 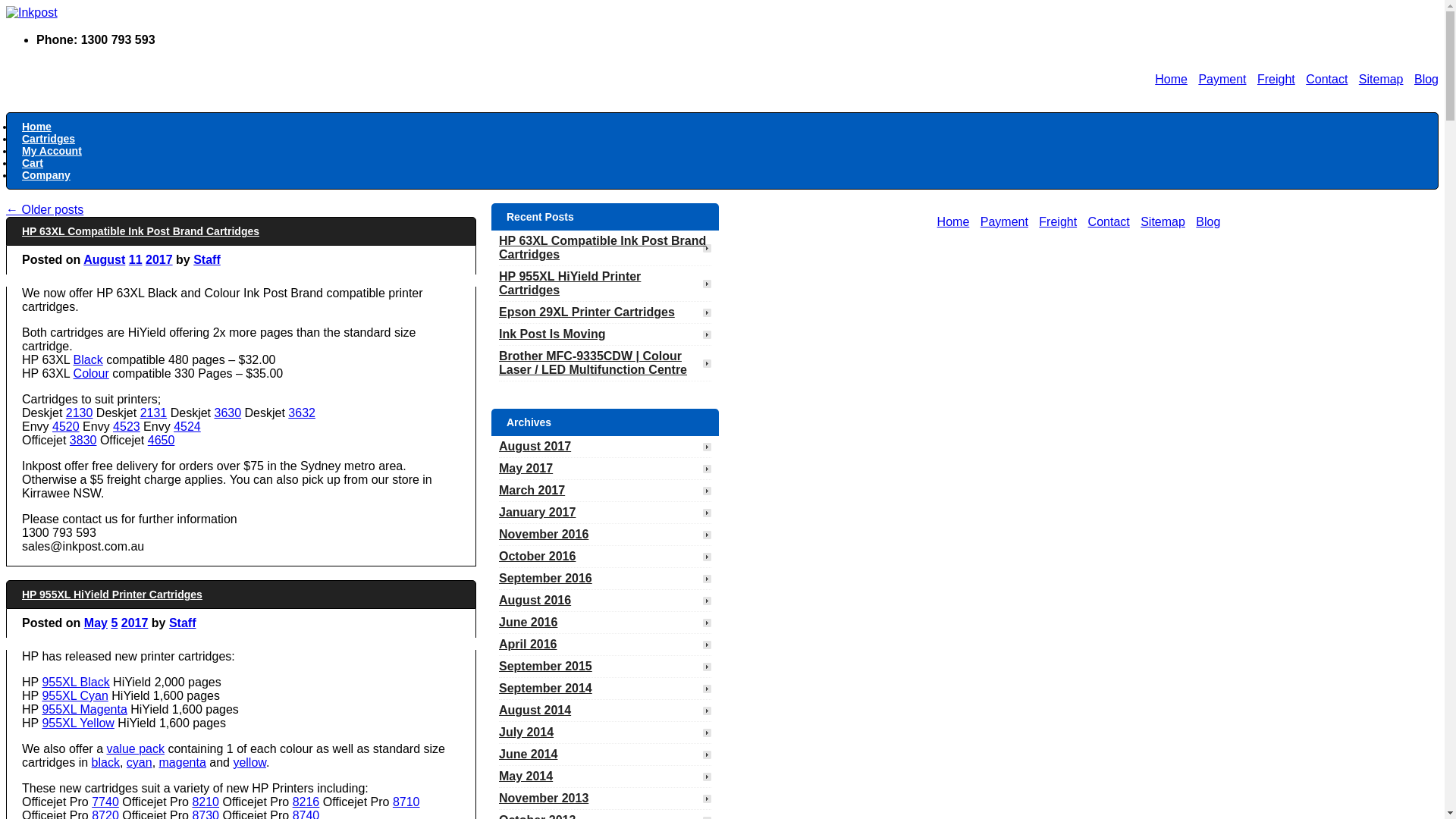 I want to click on '11', so click(x=135, y=259).